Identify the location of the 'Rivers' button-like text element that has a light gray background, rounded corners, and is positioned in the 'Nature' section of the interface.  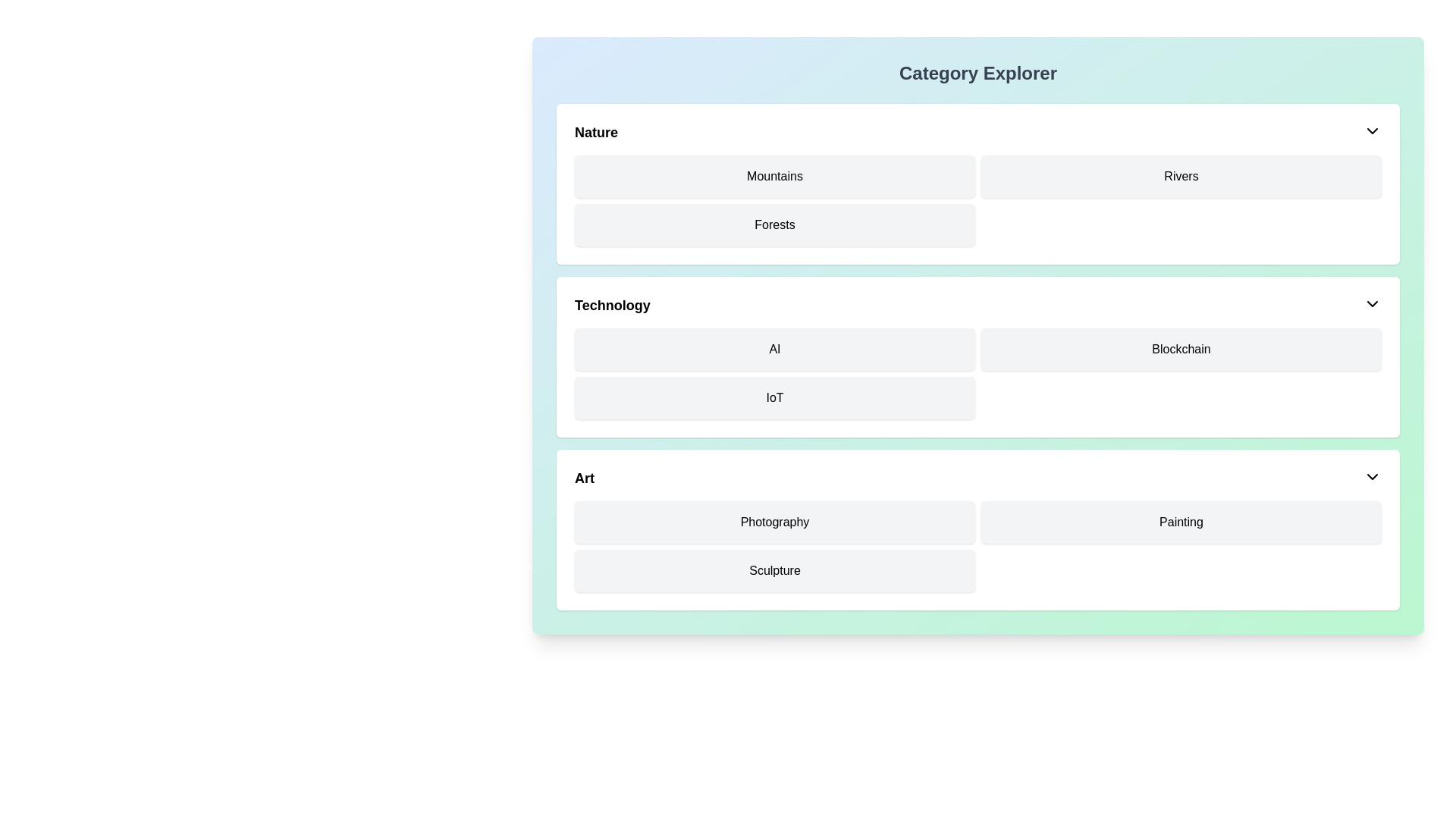
(1181, 175).